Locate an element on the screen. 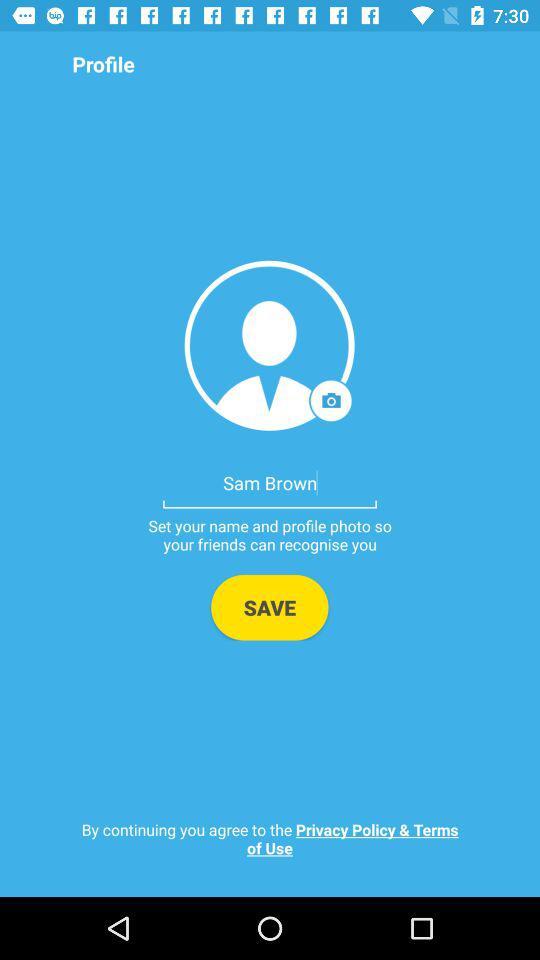  profile photo is located at coordinates (269, 345).